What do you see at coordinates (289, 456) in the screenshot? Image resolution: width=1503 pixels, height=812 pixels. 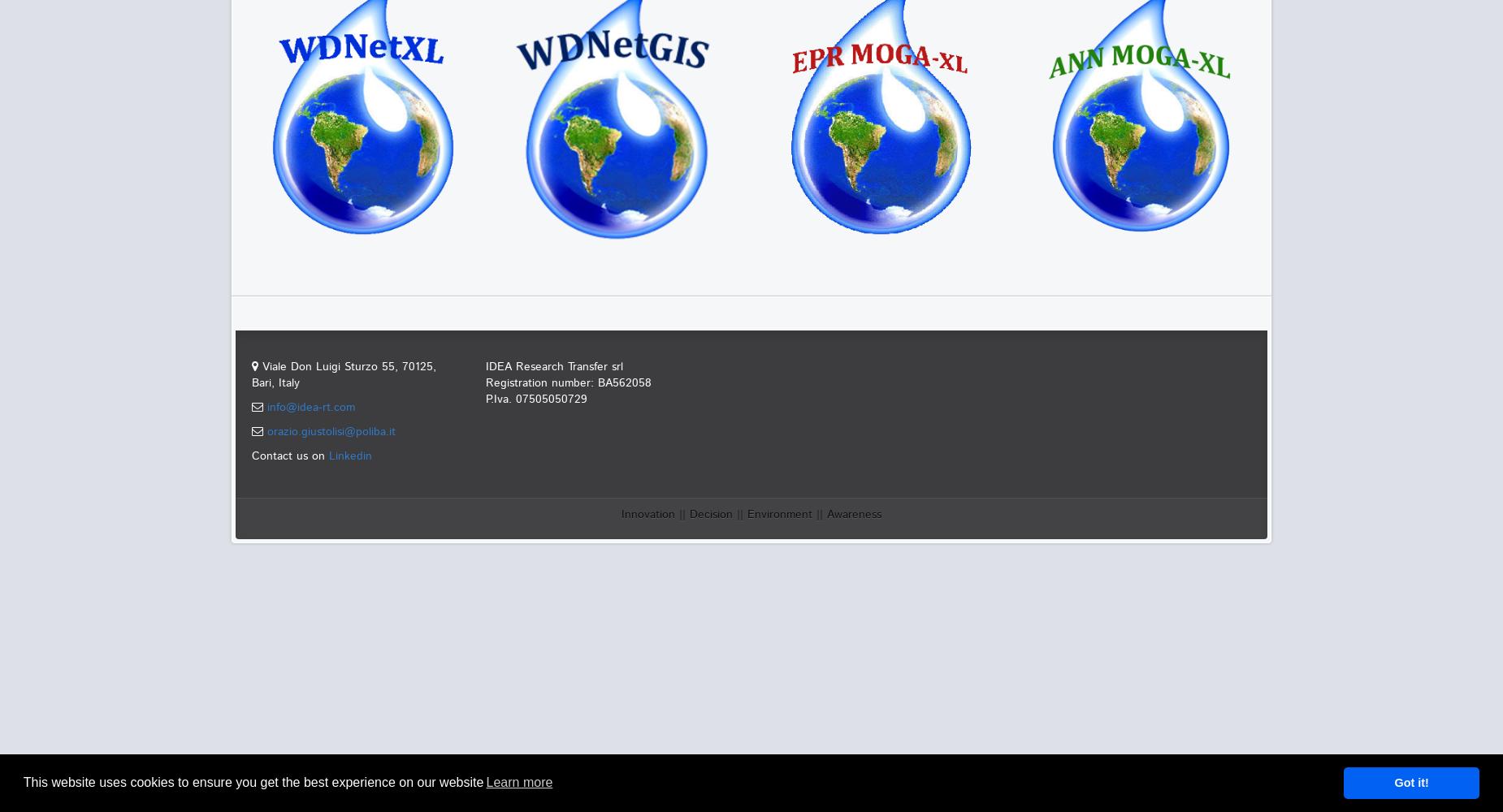 I see `'Contact us on'` at bounding box center [289, 456].